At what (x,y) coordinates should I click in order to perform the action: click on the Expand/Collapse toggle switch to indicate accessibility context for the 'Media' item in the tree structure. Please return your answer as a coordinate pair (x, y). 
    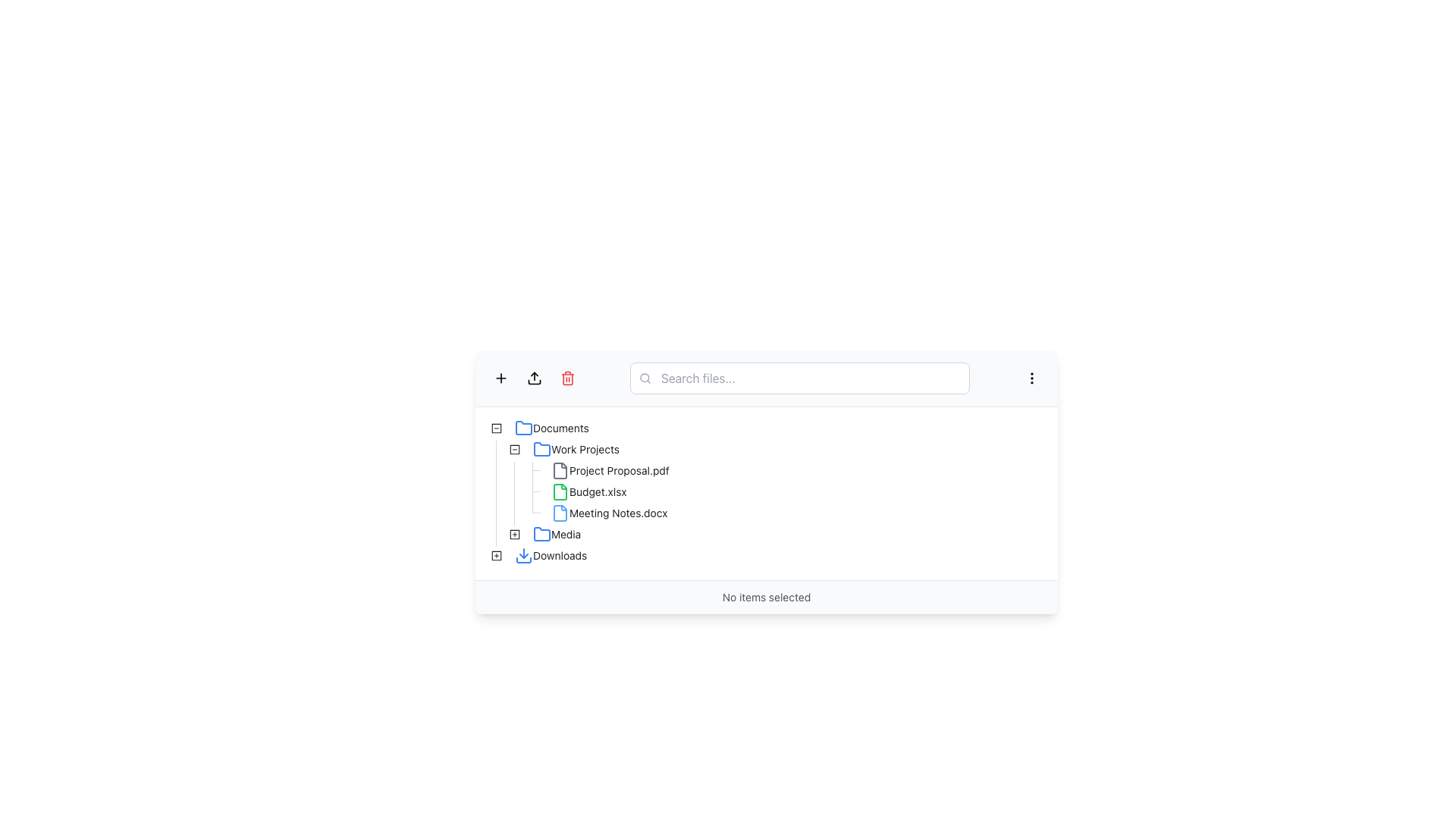
    Looking at the image, I should click on (514, 534).